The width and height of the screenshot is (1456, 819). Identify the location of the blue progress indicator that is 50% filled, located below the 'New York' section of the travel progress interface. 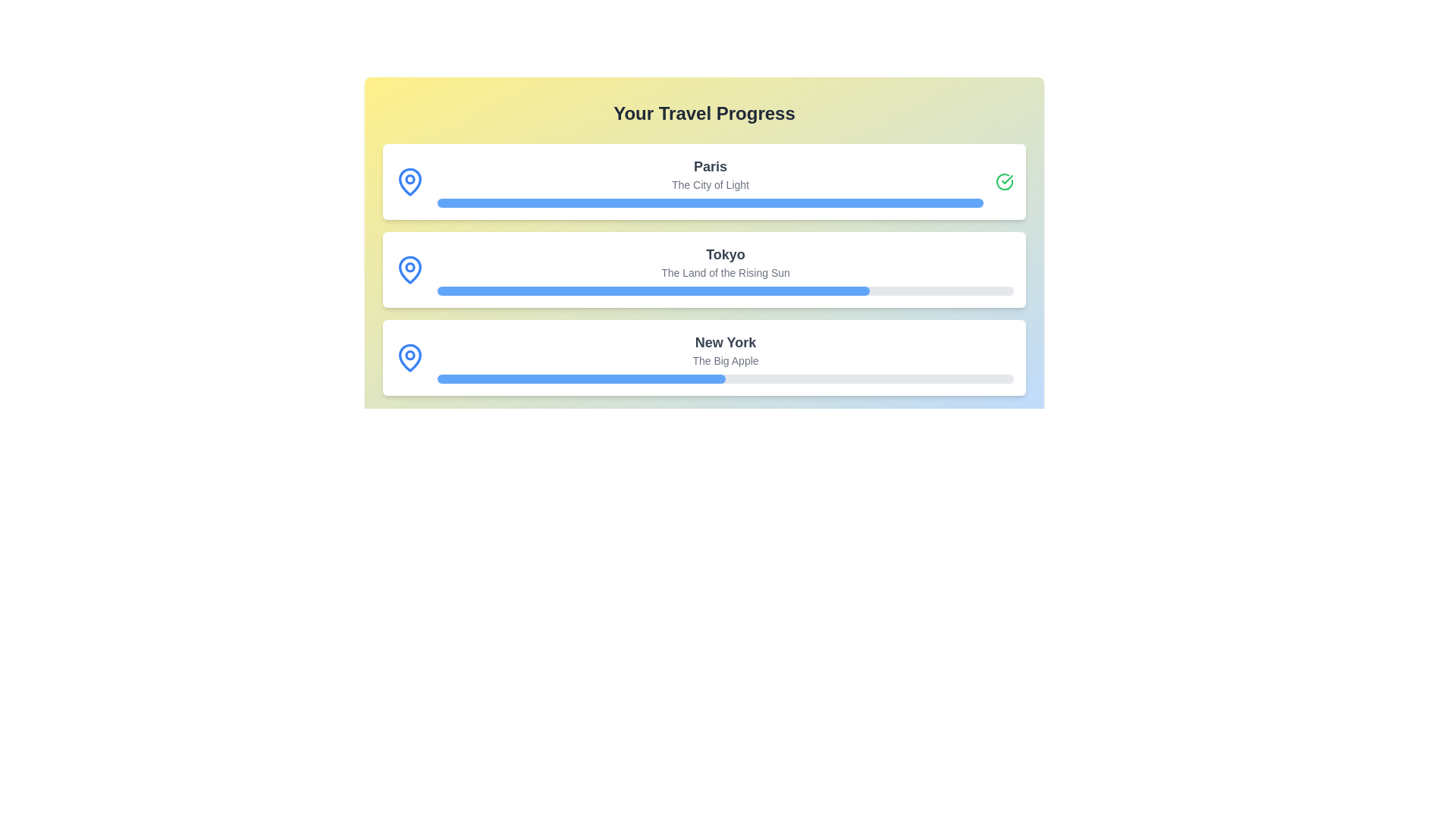
(581, 378).